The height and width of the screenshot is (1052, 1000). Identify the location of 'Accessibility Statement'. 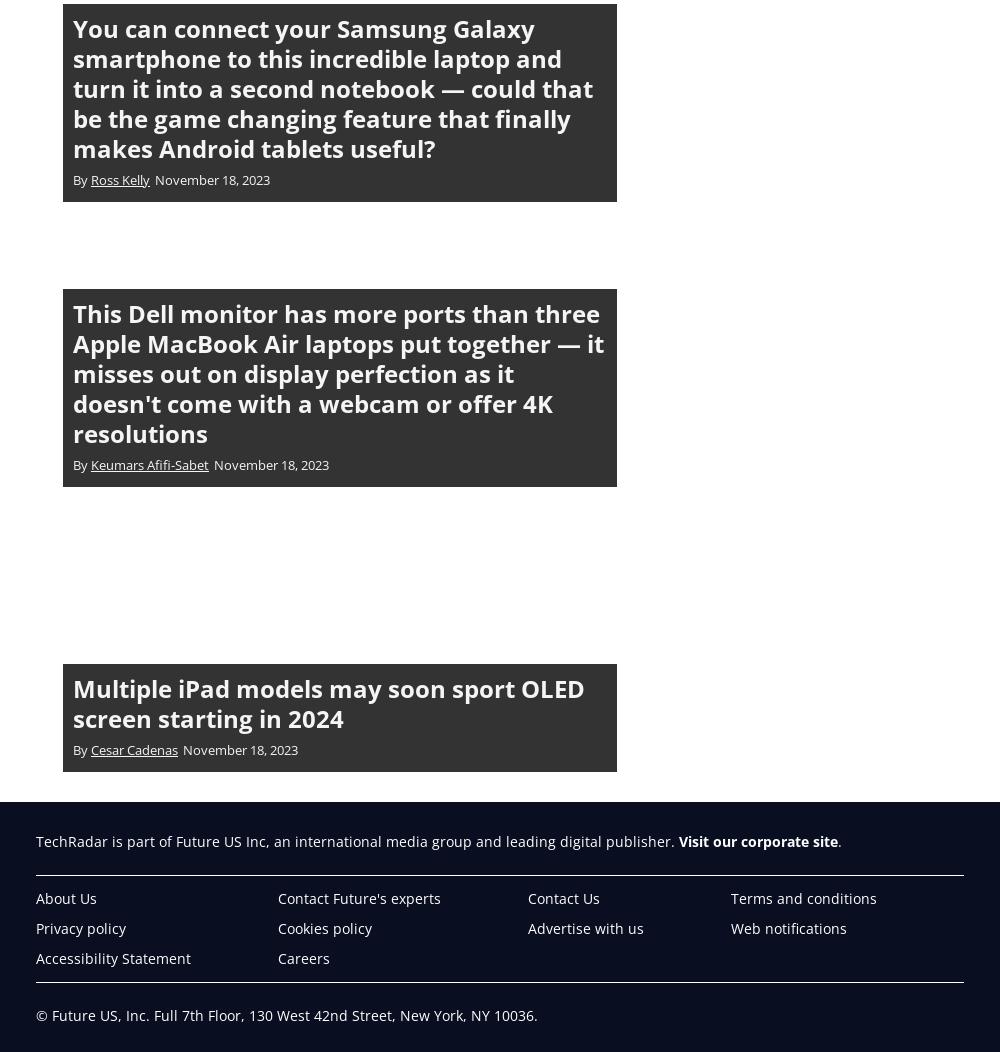
(36, 956).